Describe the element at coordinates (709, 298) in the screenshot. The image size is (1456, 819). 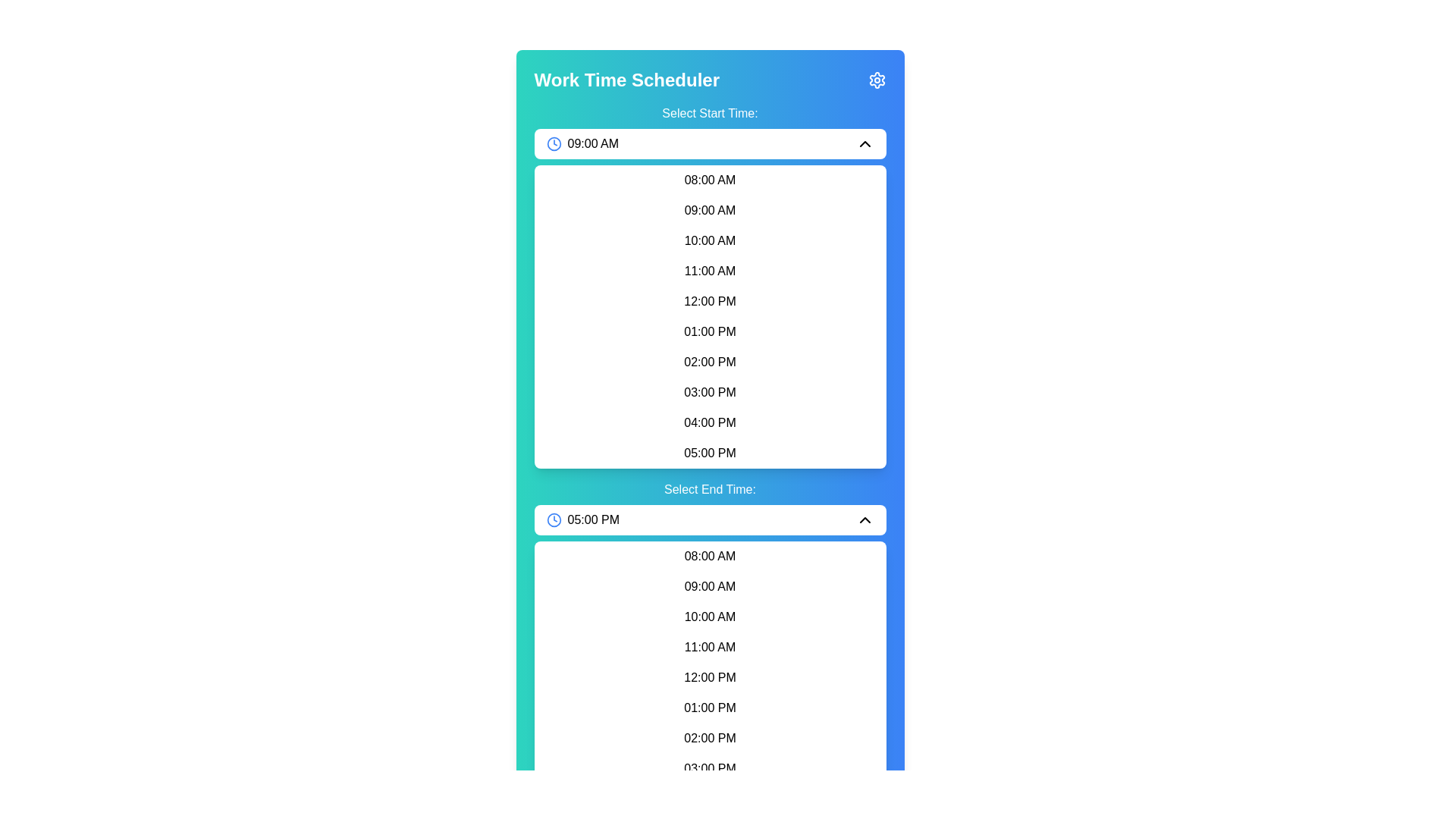
I see `the fifth selectable time slot in the time picker dropdown under 'Select Start Time:' section in the 'Work Time Scheduler'` at that location.